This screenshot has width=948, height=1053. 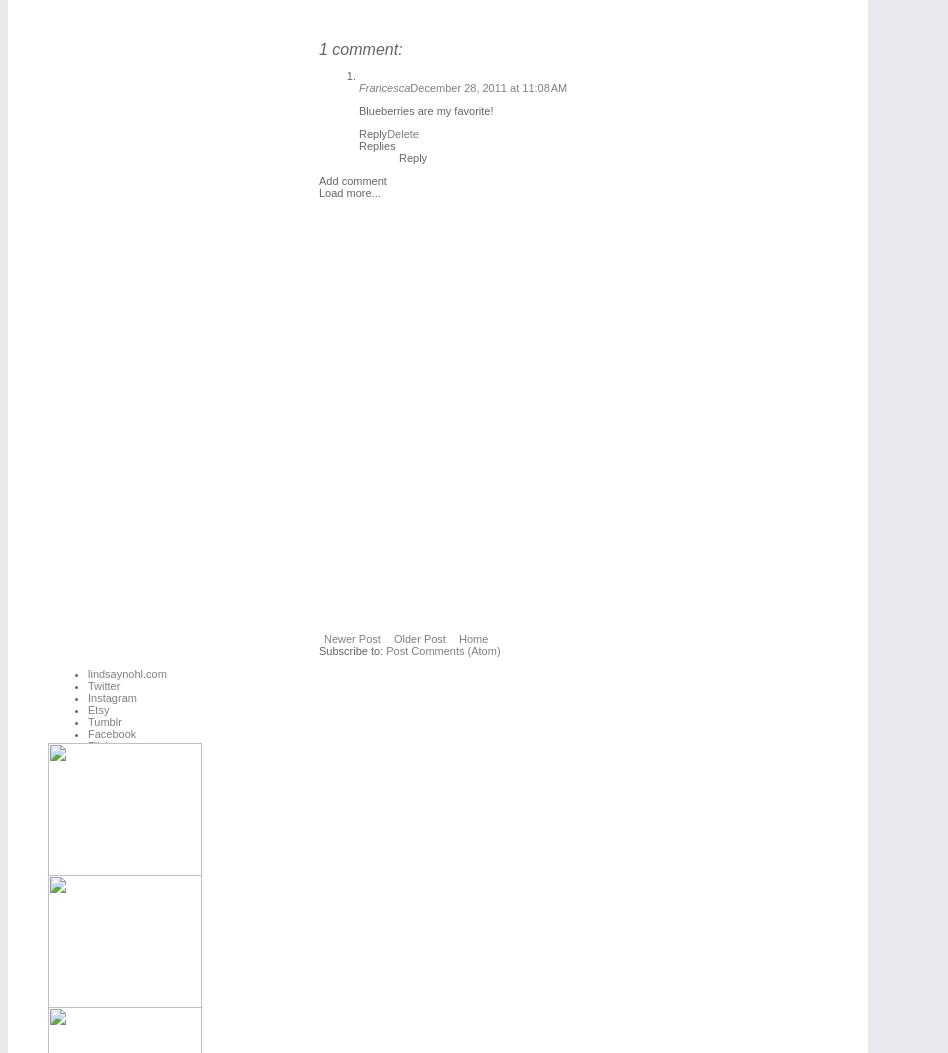 I want to click on '1 comment:', so click(x=359, y=48).